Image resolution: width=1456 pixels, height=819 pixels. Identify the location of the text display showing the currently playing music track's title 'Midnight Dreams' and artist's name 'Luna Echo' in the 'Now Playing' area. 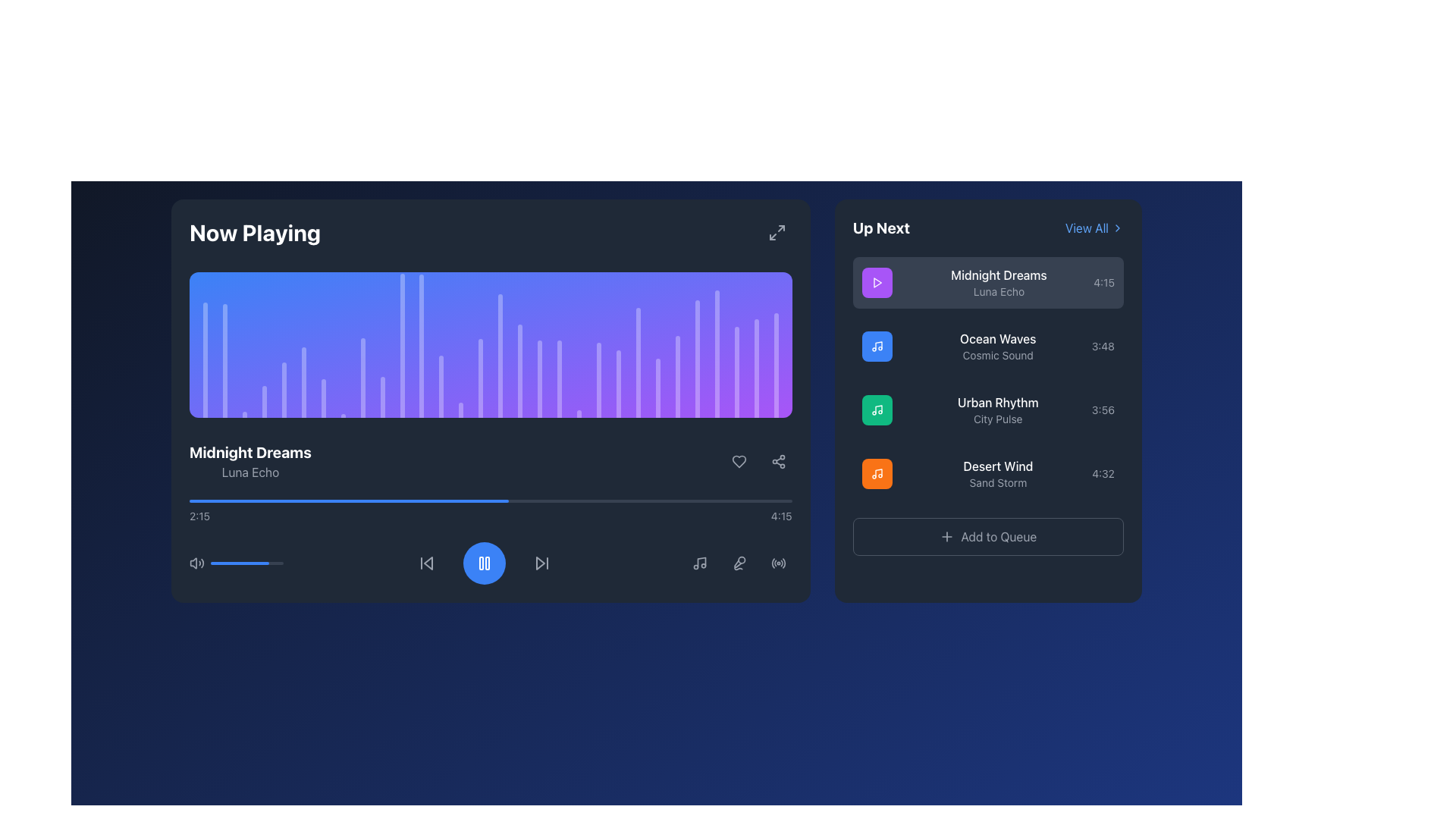
(250, 461).